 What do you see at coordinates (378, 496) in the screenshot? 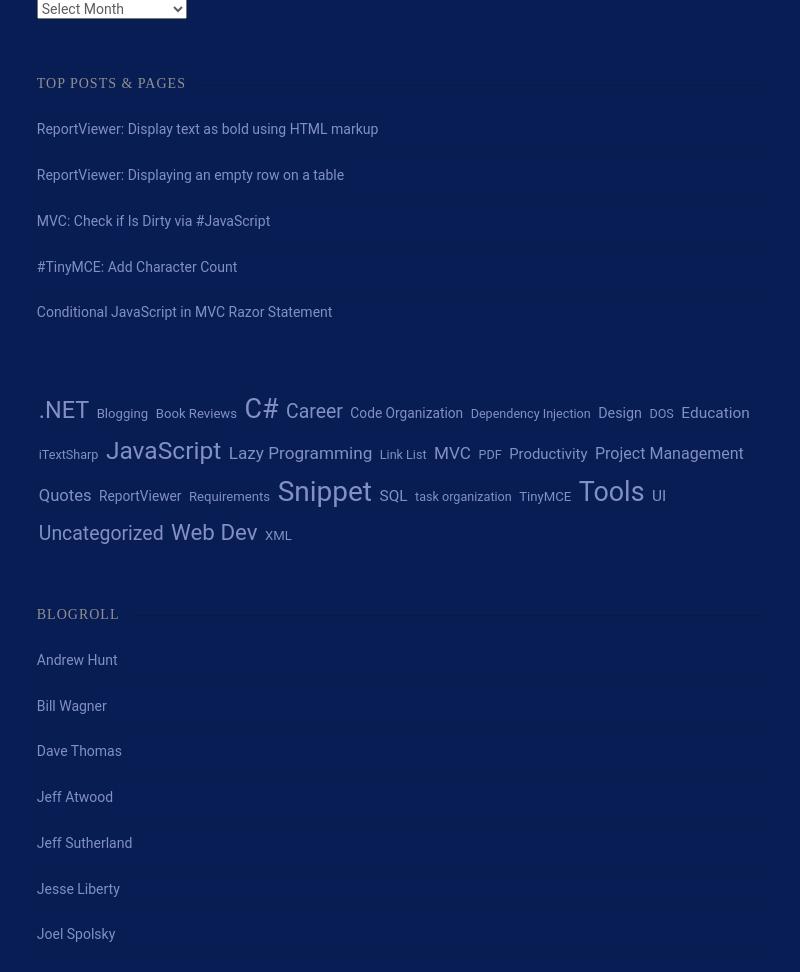
I see `'SQL'` at bounding box center [378, 496].